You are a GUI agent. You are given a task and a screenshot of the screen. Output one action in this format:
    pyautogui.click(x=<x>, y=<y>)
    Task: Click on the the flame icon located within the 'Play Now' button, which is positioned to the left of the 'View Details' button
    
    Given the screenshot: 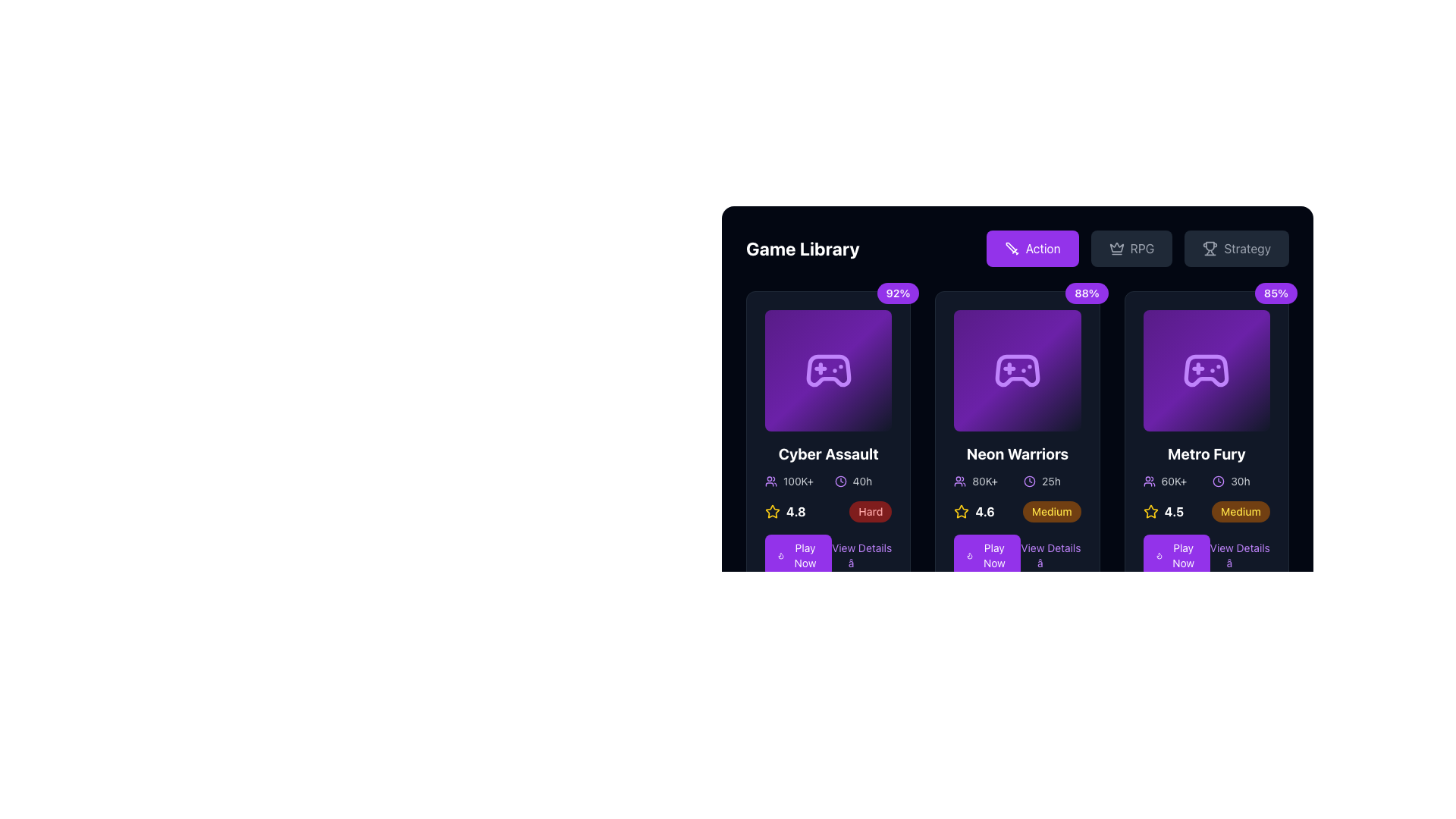 What is the action you would take?
    pyautogui.click(x=781, y=555)
    